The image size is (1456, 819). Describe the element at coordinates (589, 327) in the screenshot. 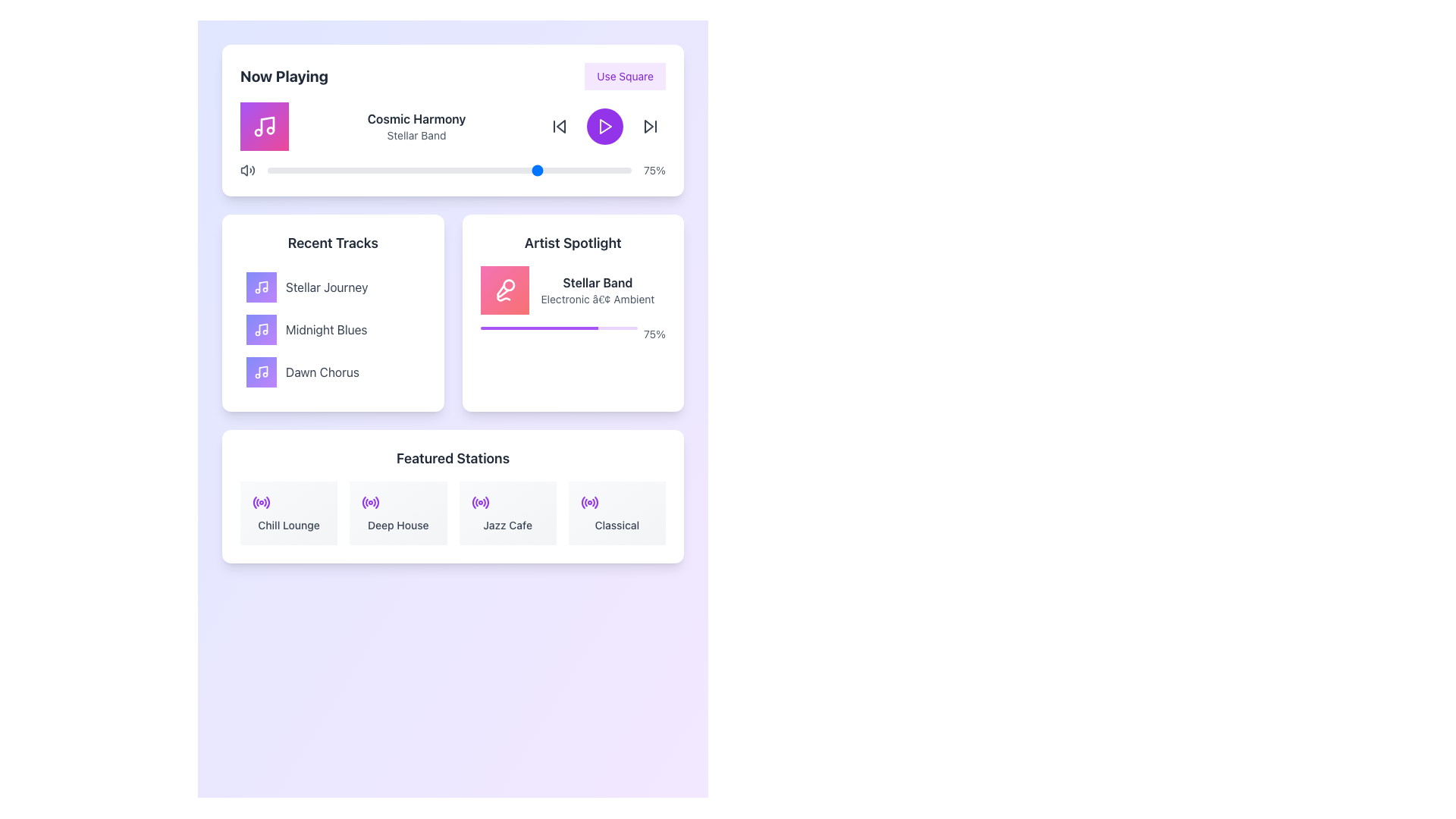

I see `progress` at that location.